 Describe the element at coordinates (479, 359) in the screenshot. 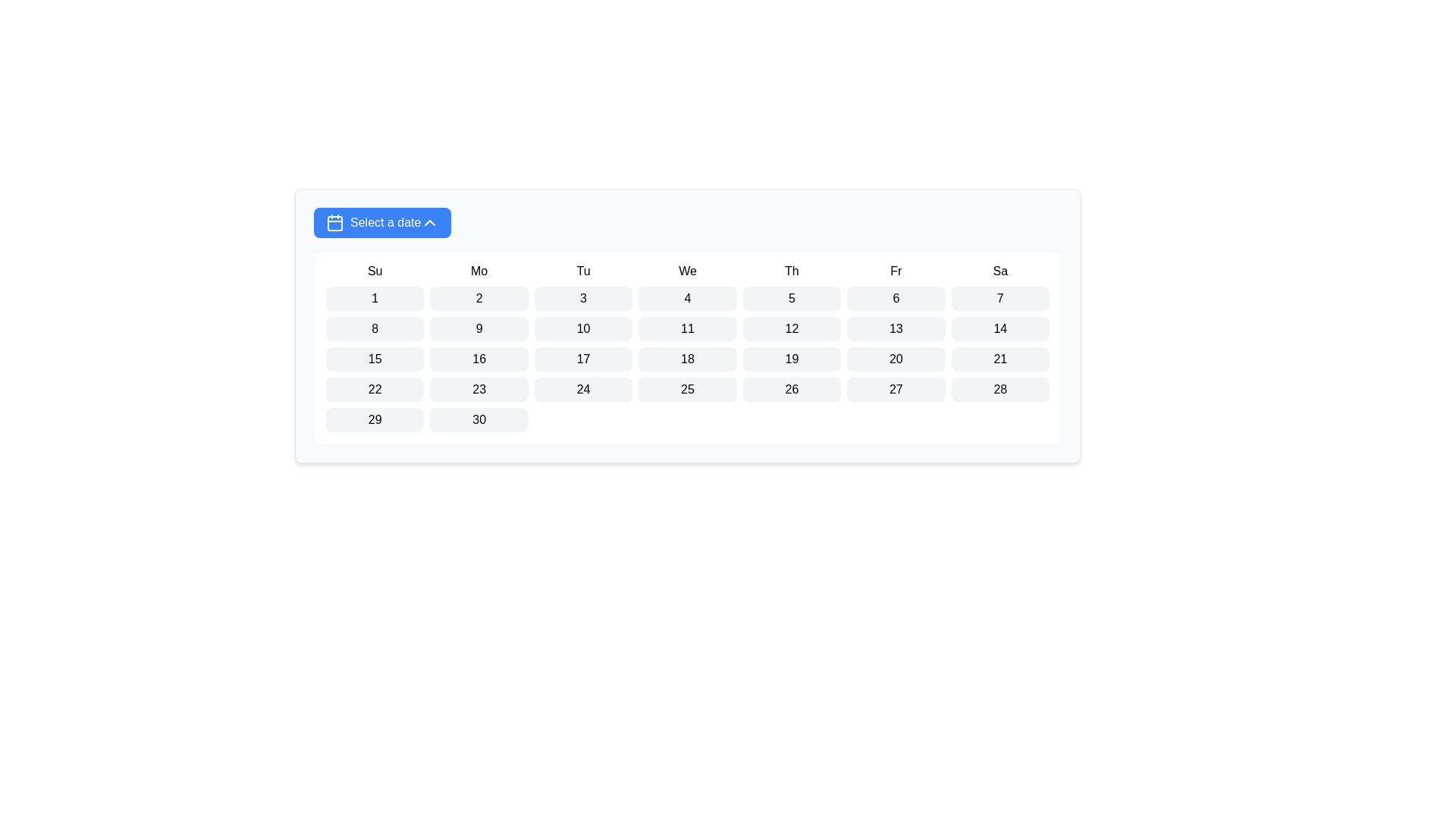

I see `the selection button for the 16th day of the month located in the 'Mo' column, third row, between the elements labeled '15' and '17'` at that location.